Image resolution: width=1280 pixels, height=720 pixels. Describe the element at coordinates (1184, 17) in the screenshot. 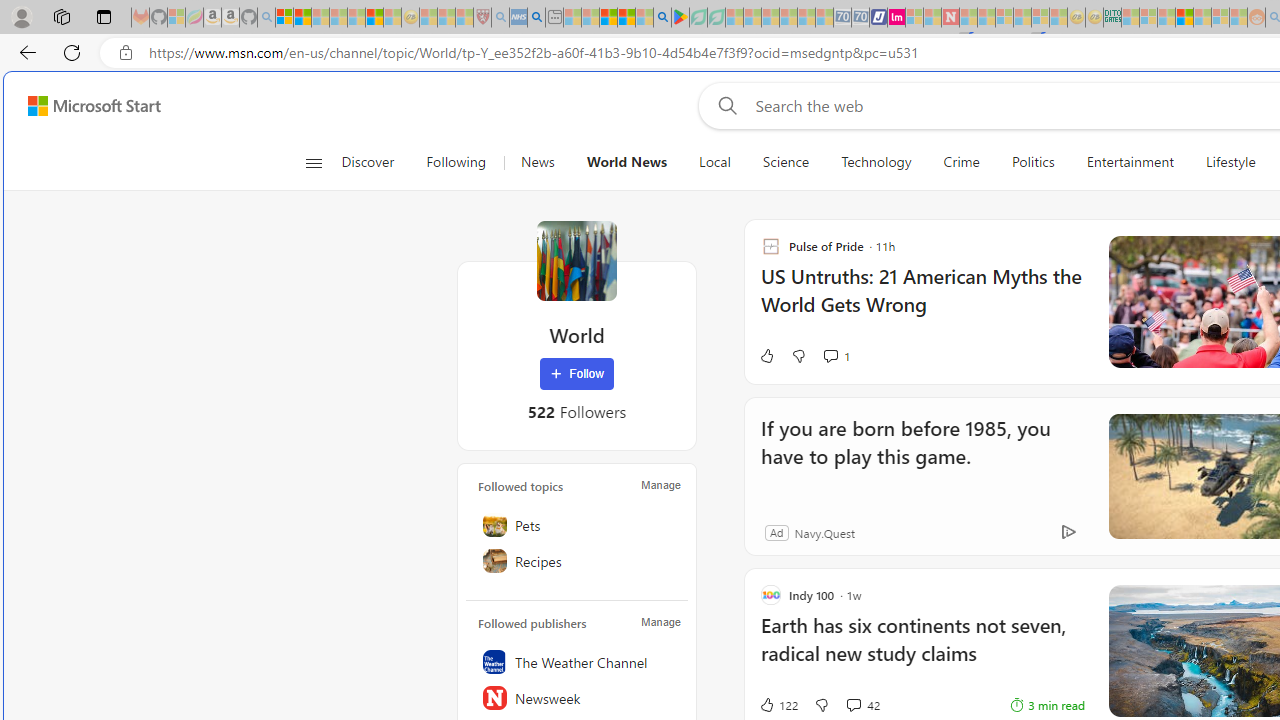

I see `'Expert Portfolios'` at that location.